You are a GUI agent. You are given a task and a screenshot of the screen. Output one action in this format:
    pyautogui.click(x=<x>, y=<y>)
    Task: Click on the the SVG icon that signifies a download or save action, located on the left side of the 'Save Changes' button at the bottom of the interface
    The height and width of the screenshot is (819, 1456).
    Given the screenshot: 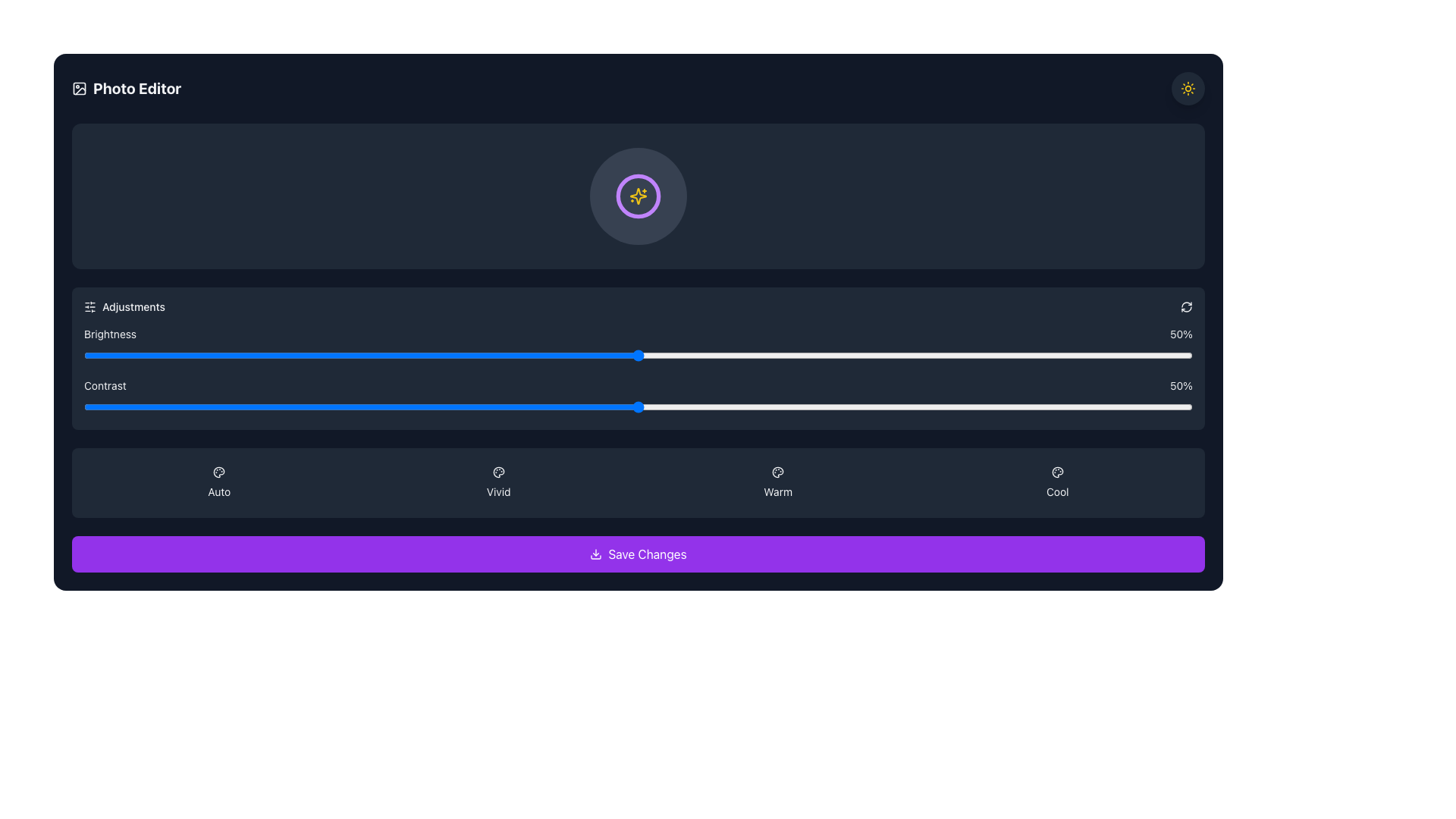 What is the action you would take?
    pyautogui.click(x=595, y=554)
    